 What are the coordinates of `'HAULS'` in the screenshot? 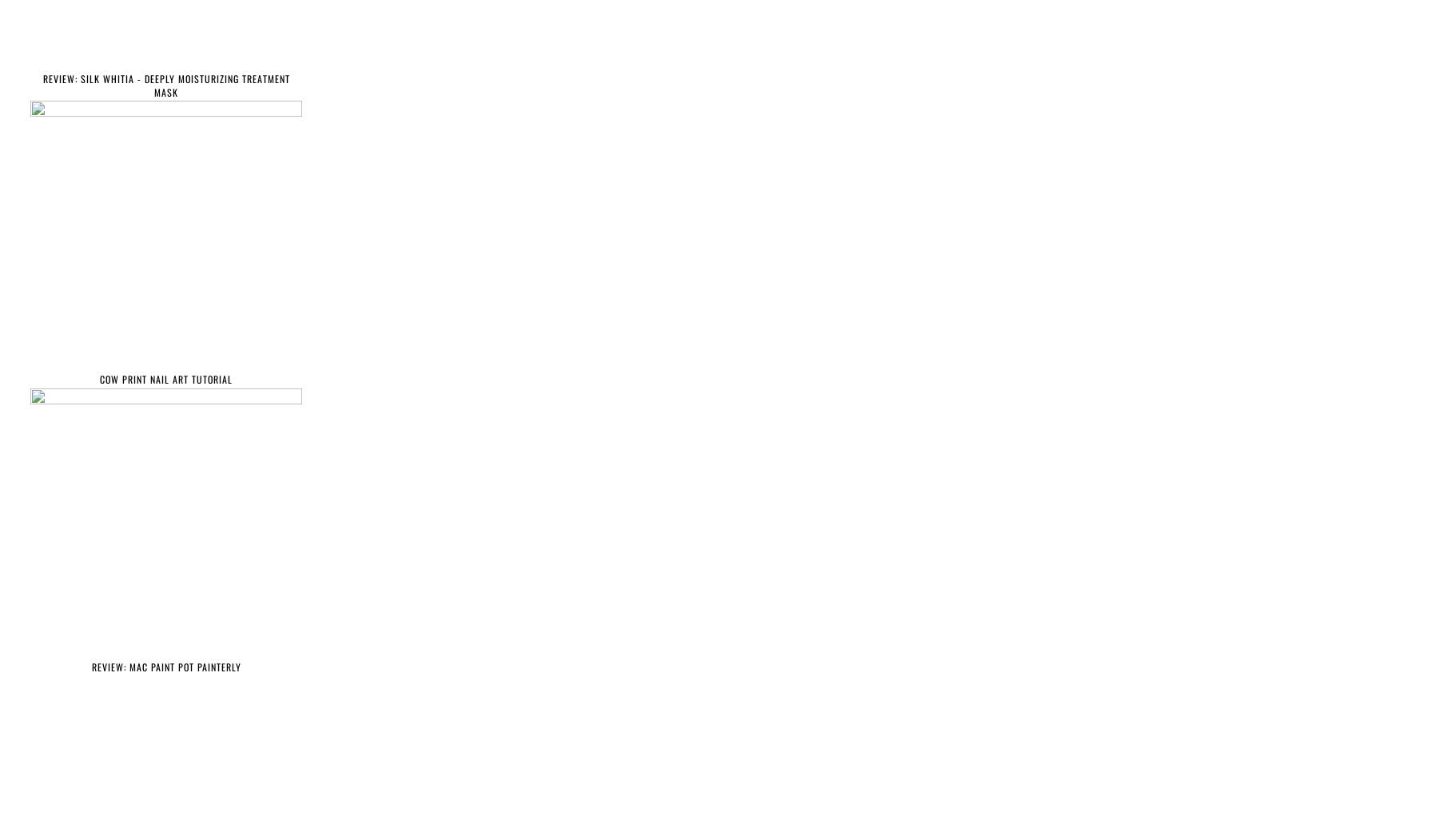 It's located at (165, 832).